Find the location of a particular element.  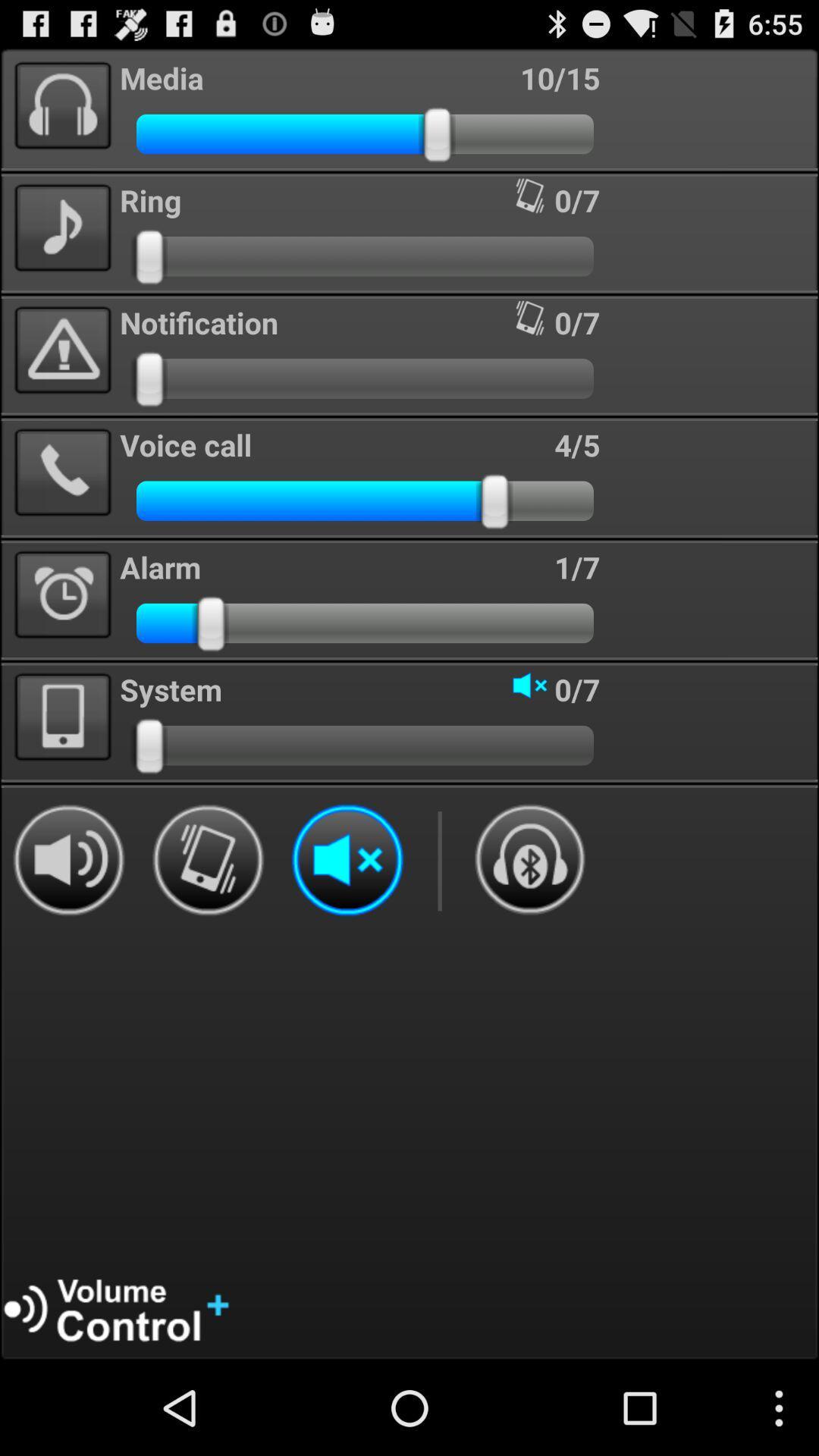

the icon which is before the media is located at coordinates (62, 105).